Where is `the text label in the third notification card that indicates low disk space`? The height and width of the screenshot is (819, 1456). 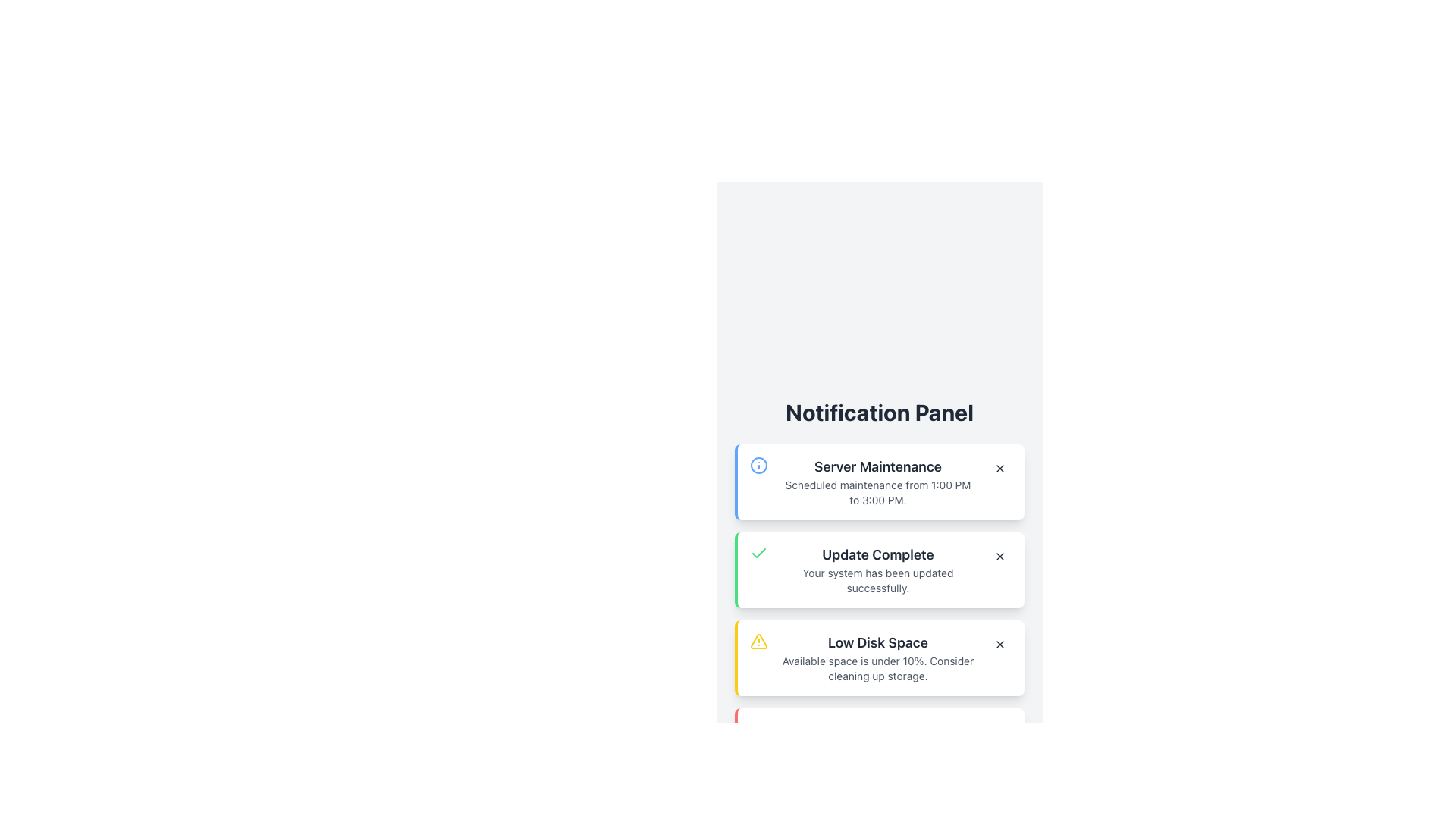
the text label in the third notification card that indicates low disk space is located at coordinates (877, 643).